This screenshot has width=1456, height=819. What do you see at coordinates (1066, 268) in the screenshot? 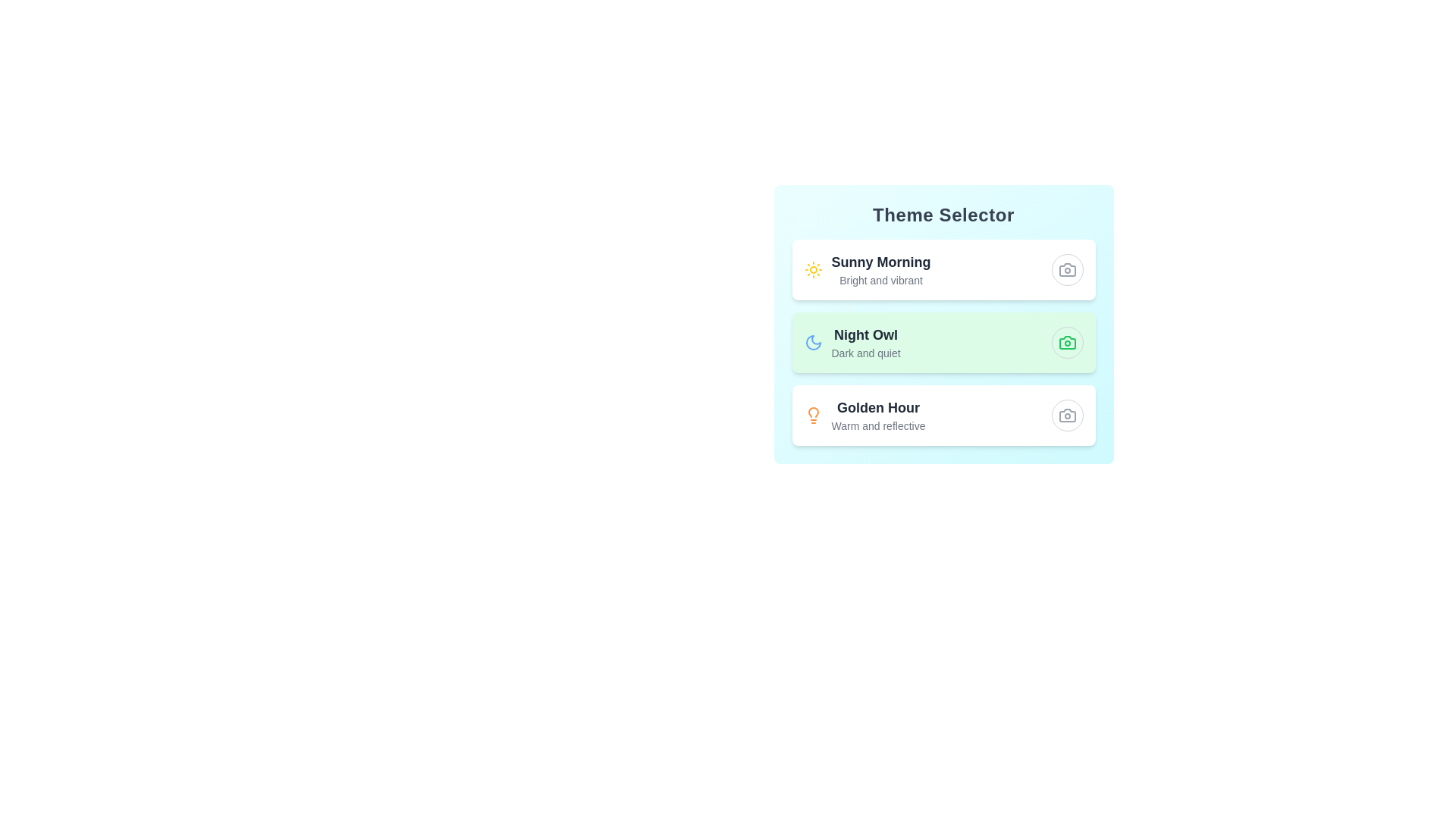
I see `the theme Sunny Morning by clicking its respective button` at bounding box center [1066, 268].